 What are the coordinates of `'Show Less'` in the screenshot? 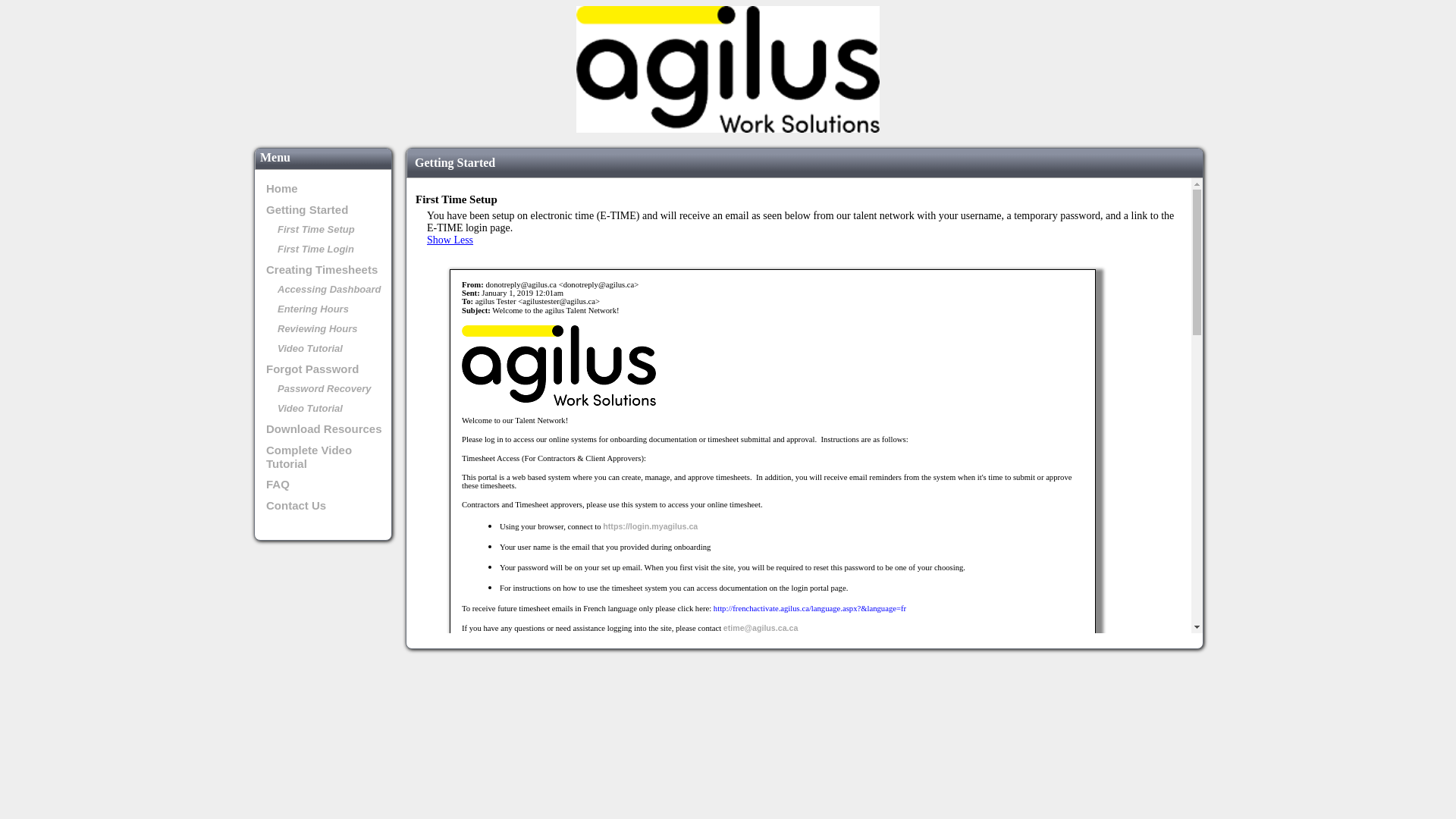 It's located at (425, 239).